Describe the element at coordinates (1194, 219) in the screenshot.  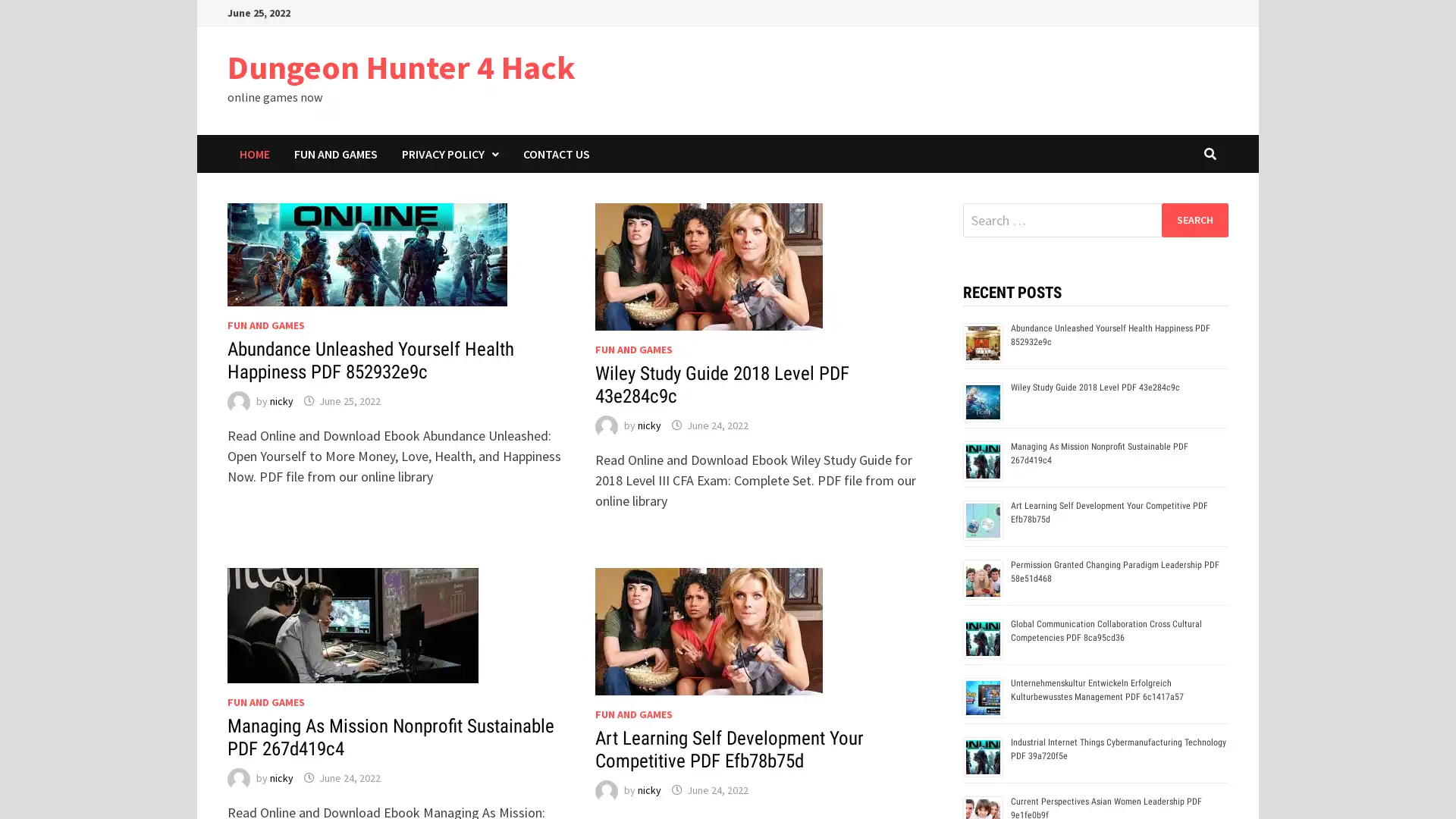
I see `Search` at that location.